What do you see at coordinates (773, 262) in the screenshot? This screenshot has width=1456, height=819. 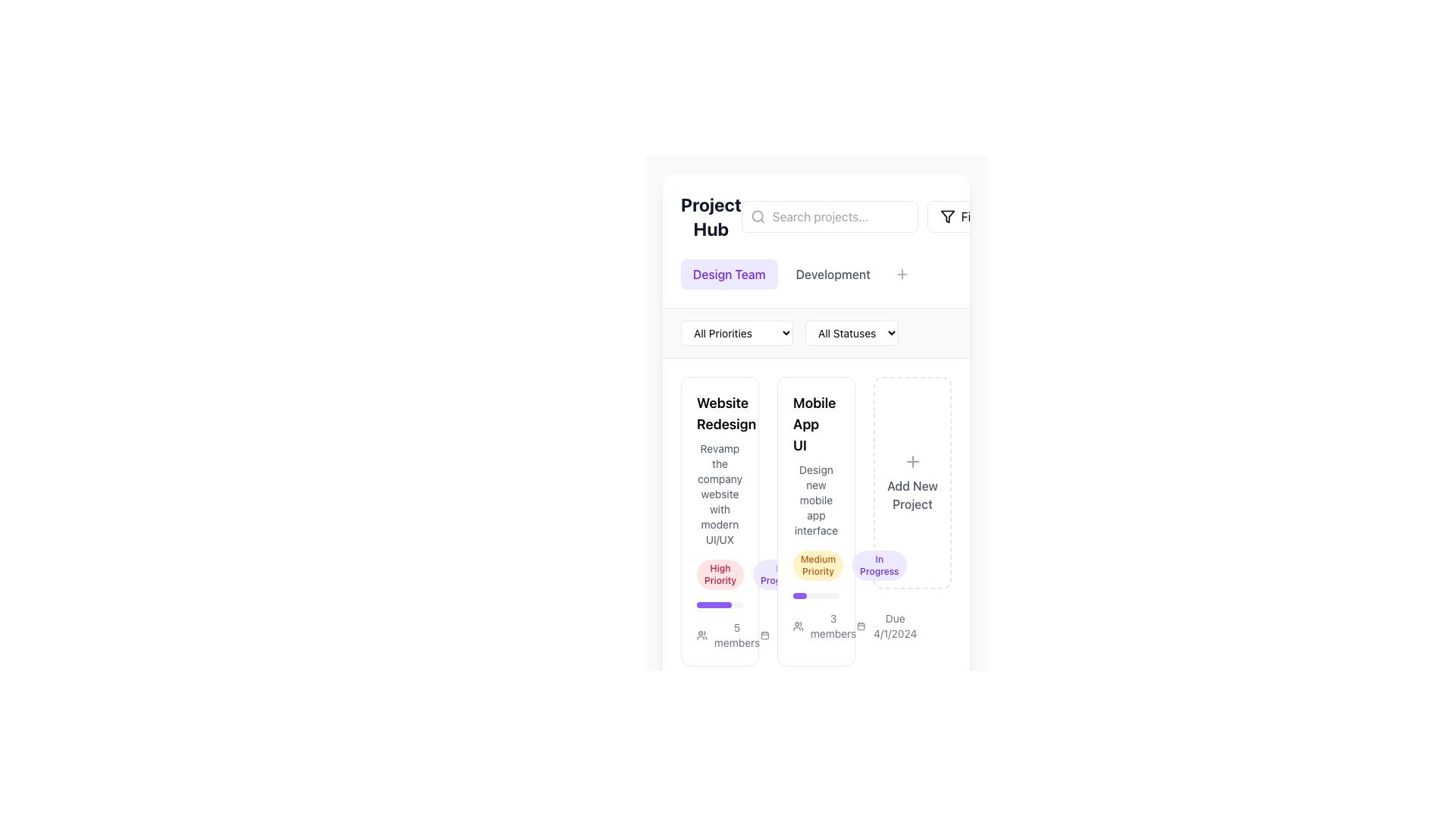 I see `the interactive button located at the top-right corner of the 'Design Team' button` at bounding box center [773, 262].